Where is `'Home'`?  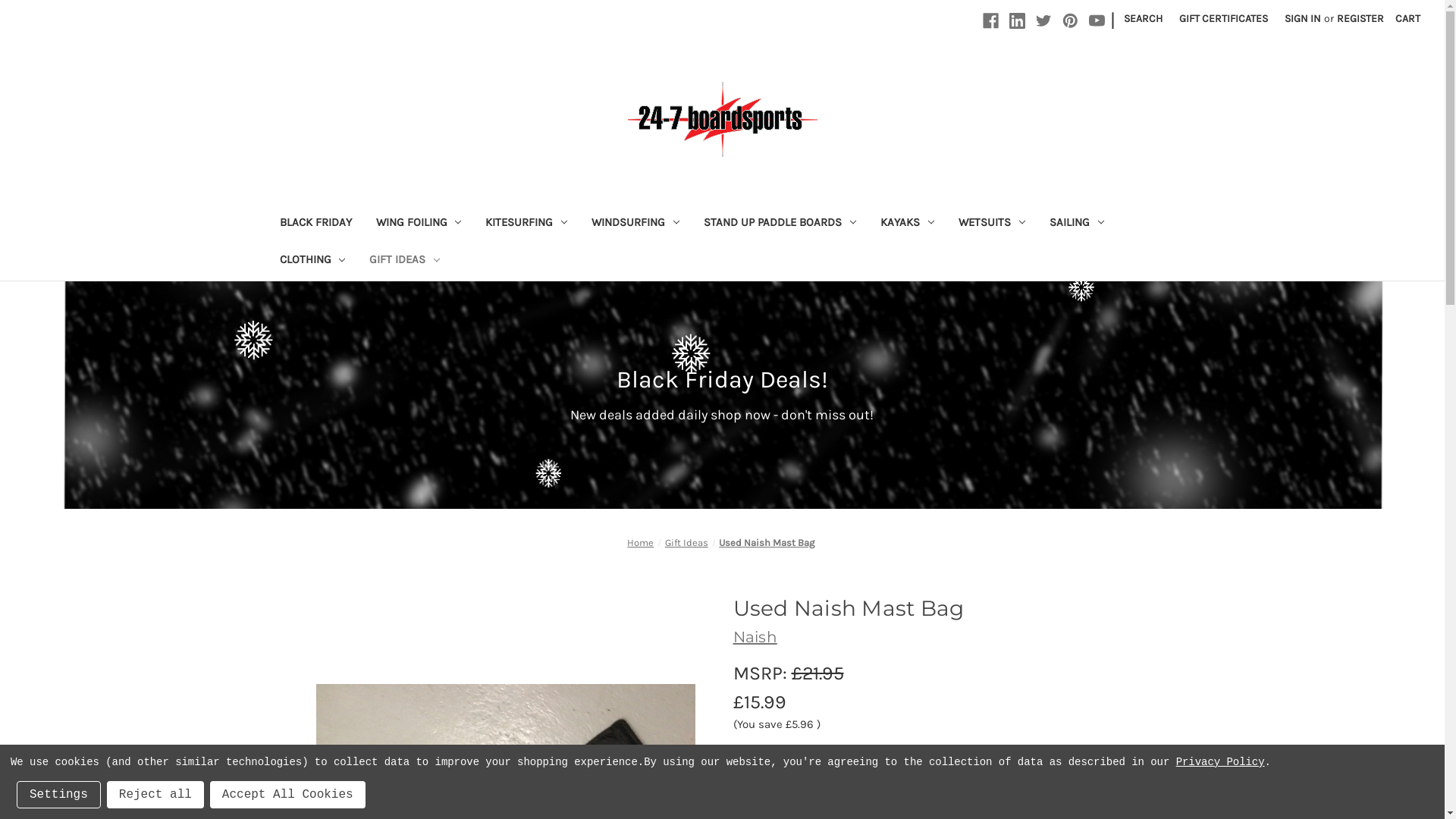
'Home' is located at coordinates (640, 541).